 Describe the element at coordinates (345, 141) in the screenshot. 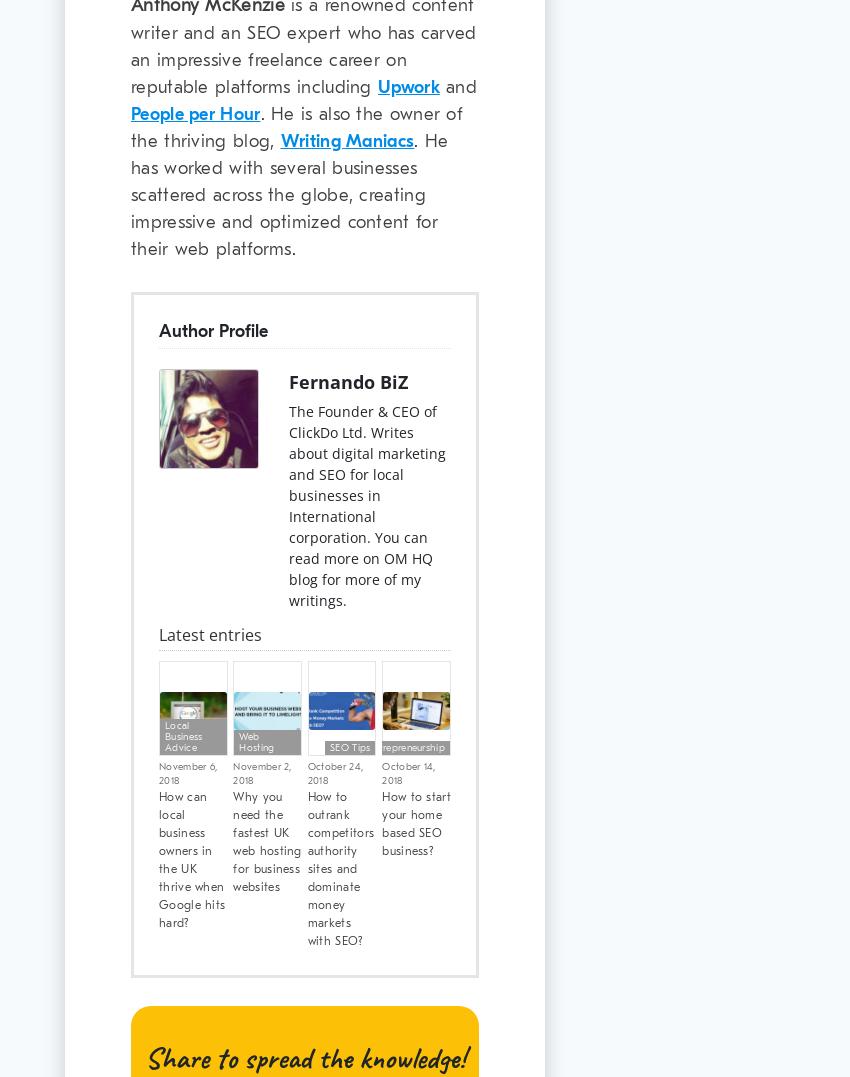

I see `'Writing Maniacs'` at that location.